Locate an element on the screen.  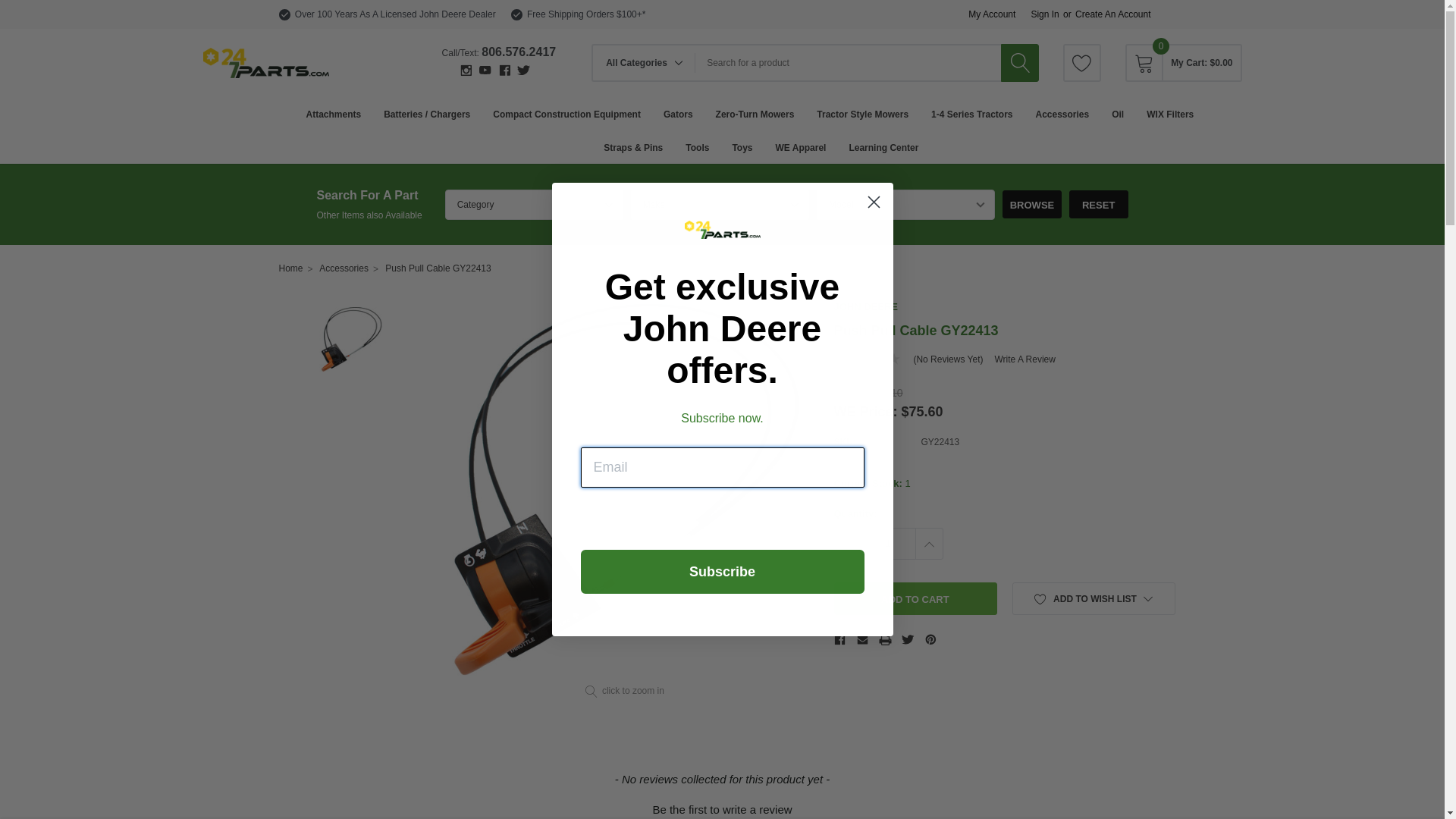
'Attachments' is located at coordinates (332, 113).